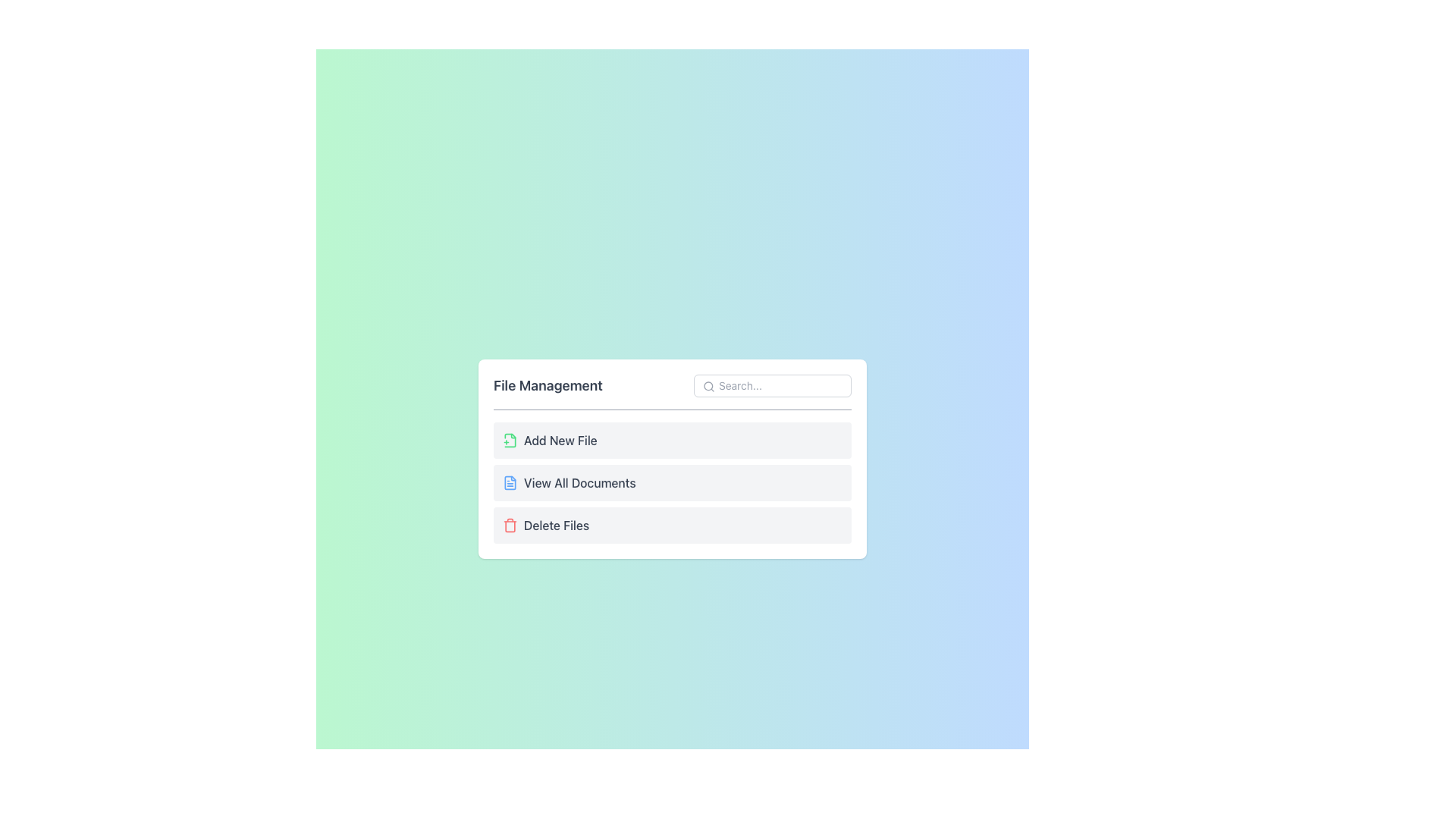 The height and width of the screenshot is (819, 1456). I want to click on the 'View Documents' button located in the 'File Management' section to observe the subtle color change effect, so click(672, 482).